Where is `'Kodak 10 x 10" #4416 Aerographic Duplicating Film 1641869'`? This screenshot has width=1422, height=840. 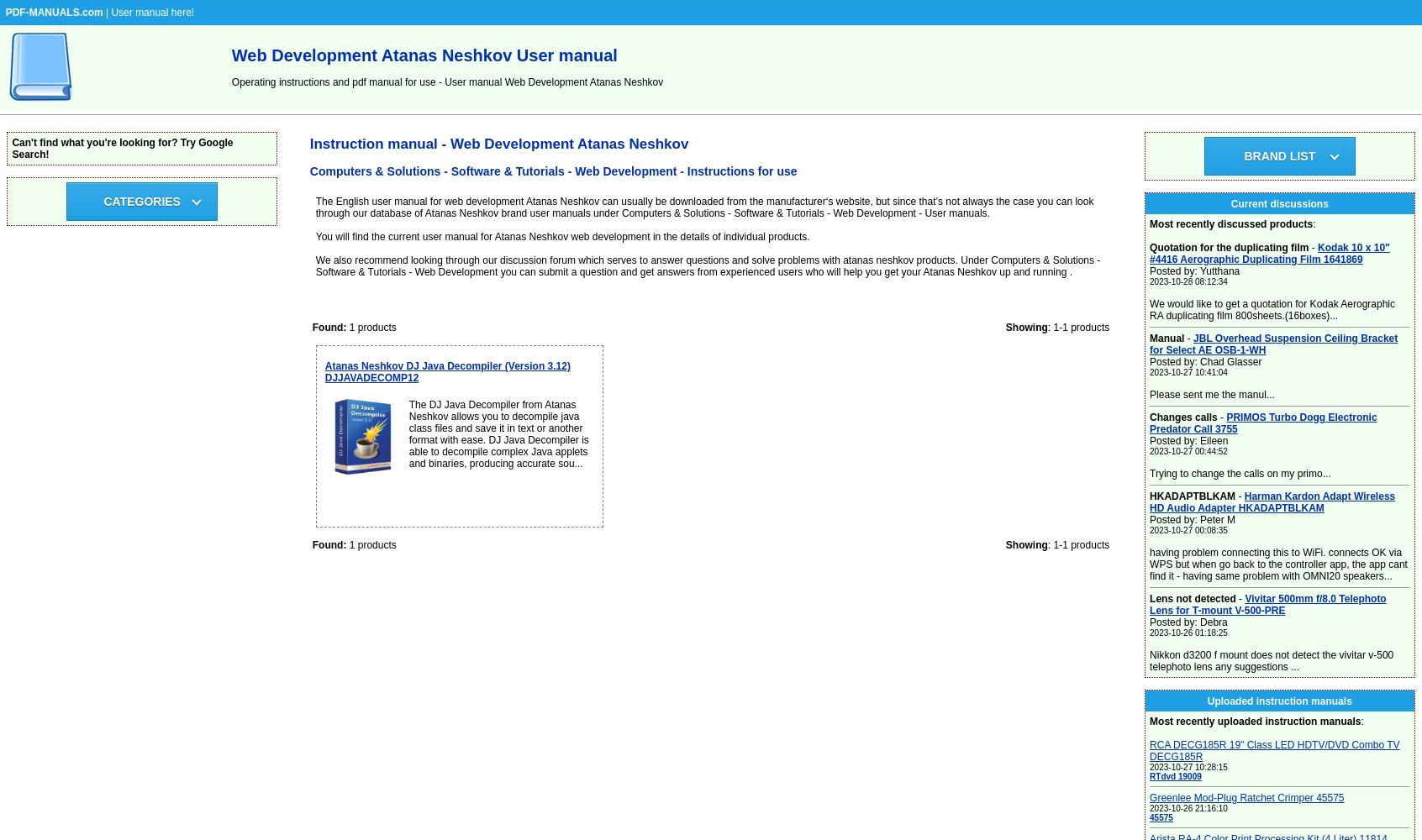 'Kodak 10 x 10" #4416 Aerographic Duplicating Film 1641869' is located at coordinates (1269, 254).